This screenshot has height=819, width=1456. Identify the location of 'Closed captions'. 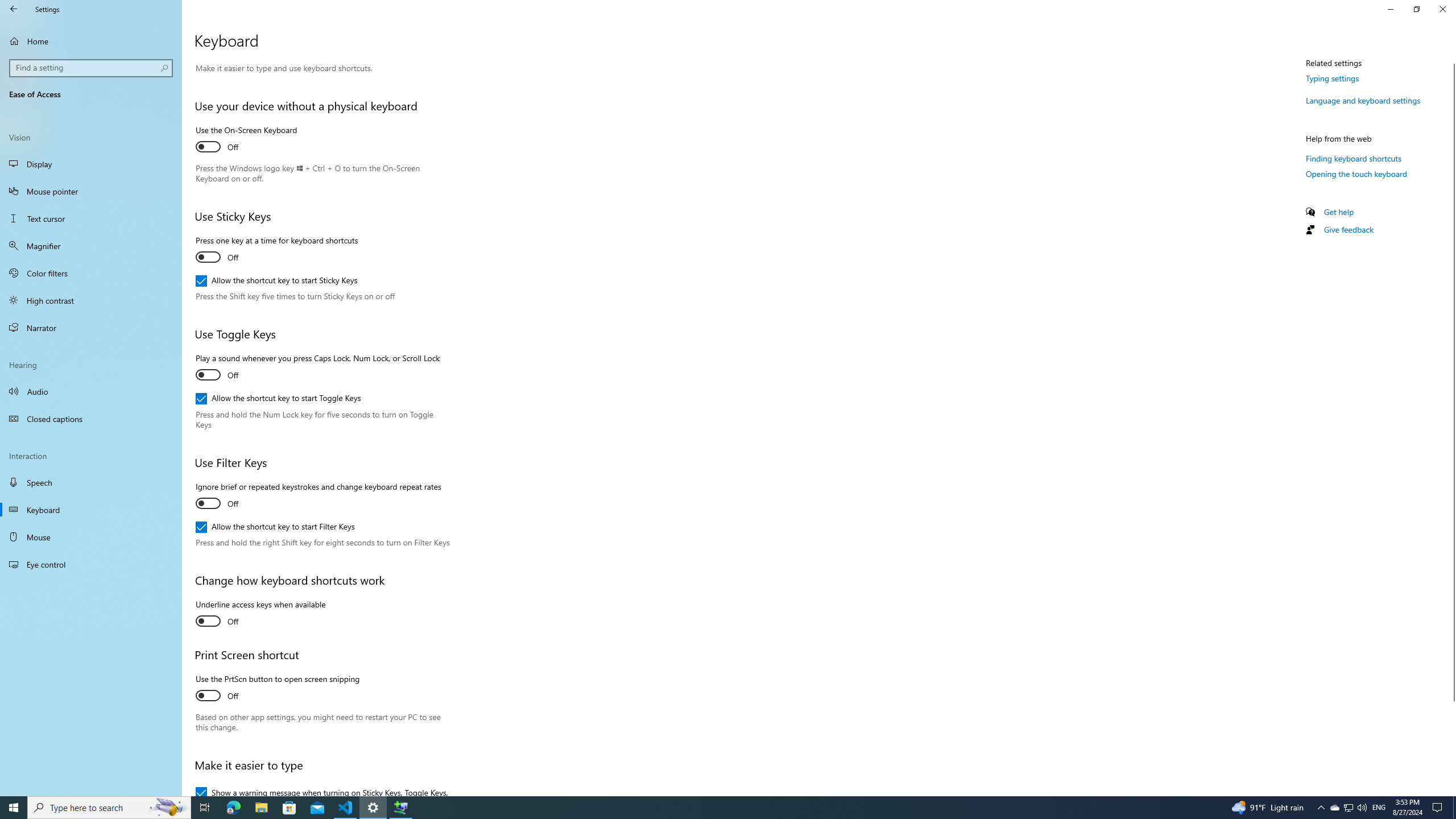
(90, 418).